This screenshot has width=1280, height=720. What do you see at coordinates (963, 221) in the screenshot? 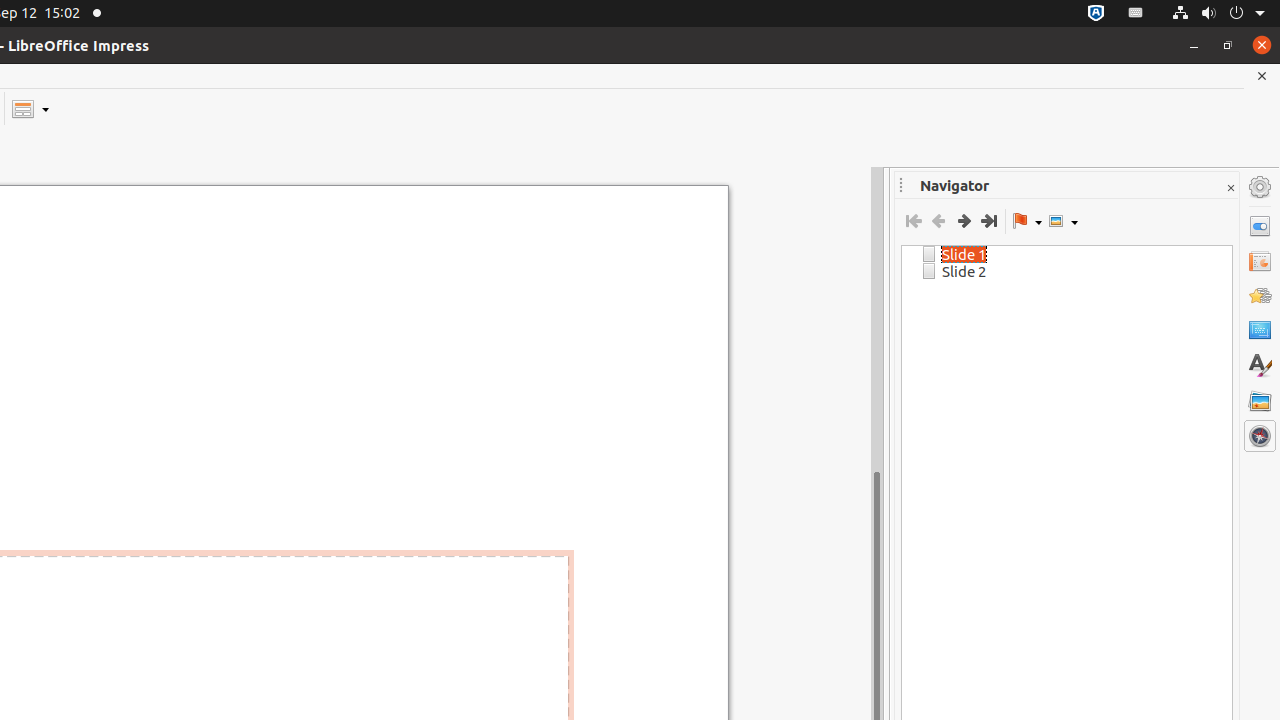
I see `'Next Slide'` at bounding box center [963, 221].